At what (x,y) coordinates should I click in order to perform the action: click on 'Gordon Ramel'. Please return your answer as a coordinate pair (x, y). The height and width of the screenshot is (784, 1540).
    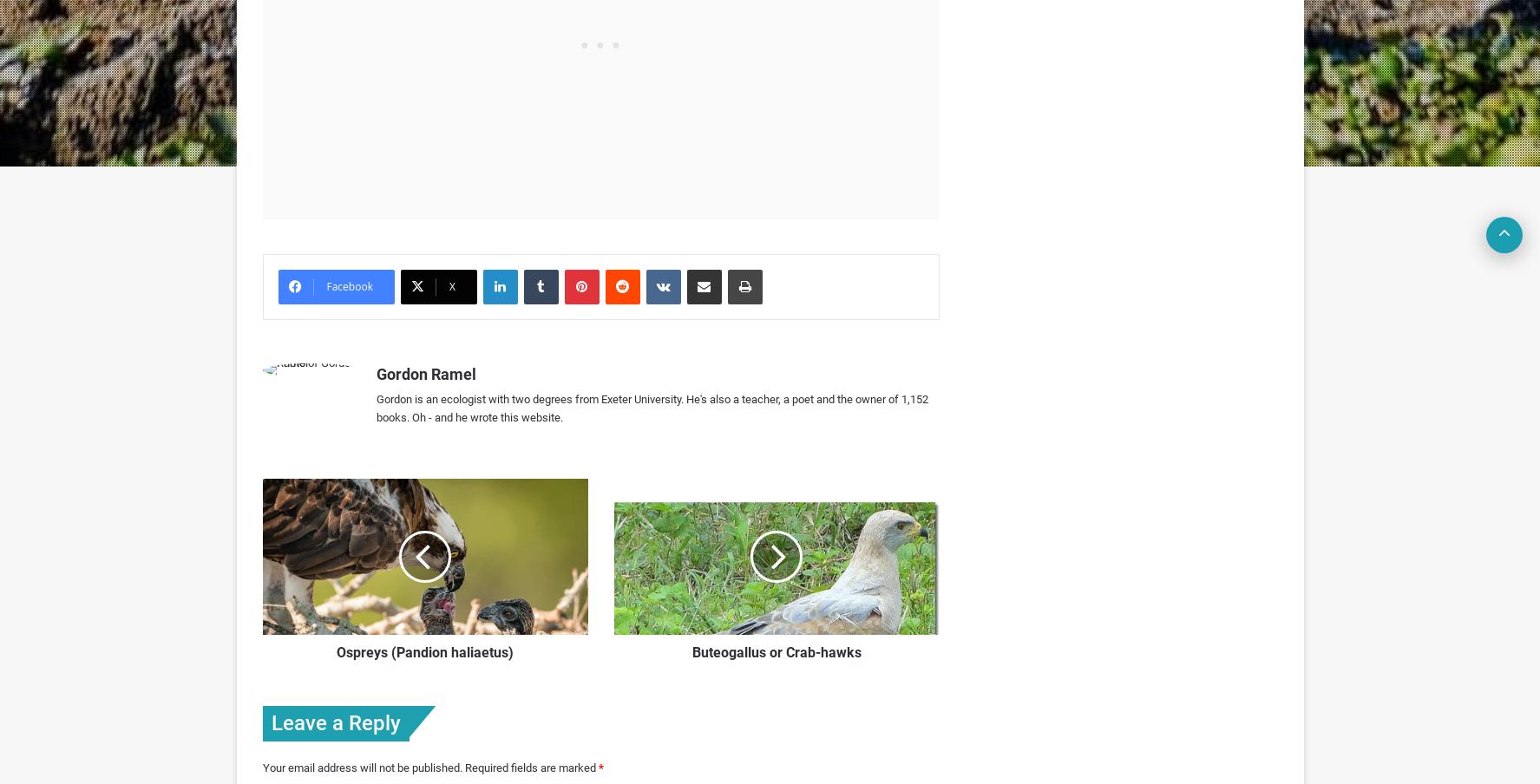
    Looking at the image, I should click on (424, 374).